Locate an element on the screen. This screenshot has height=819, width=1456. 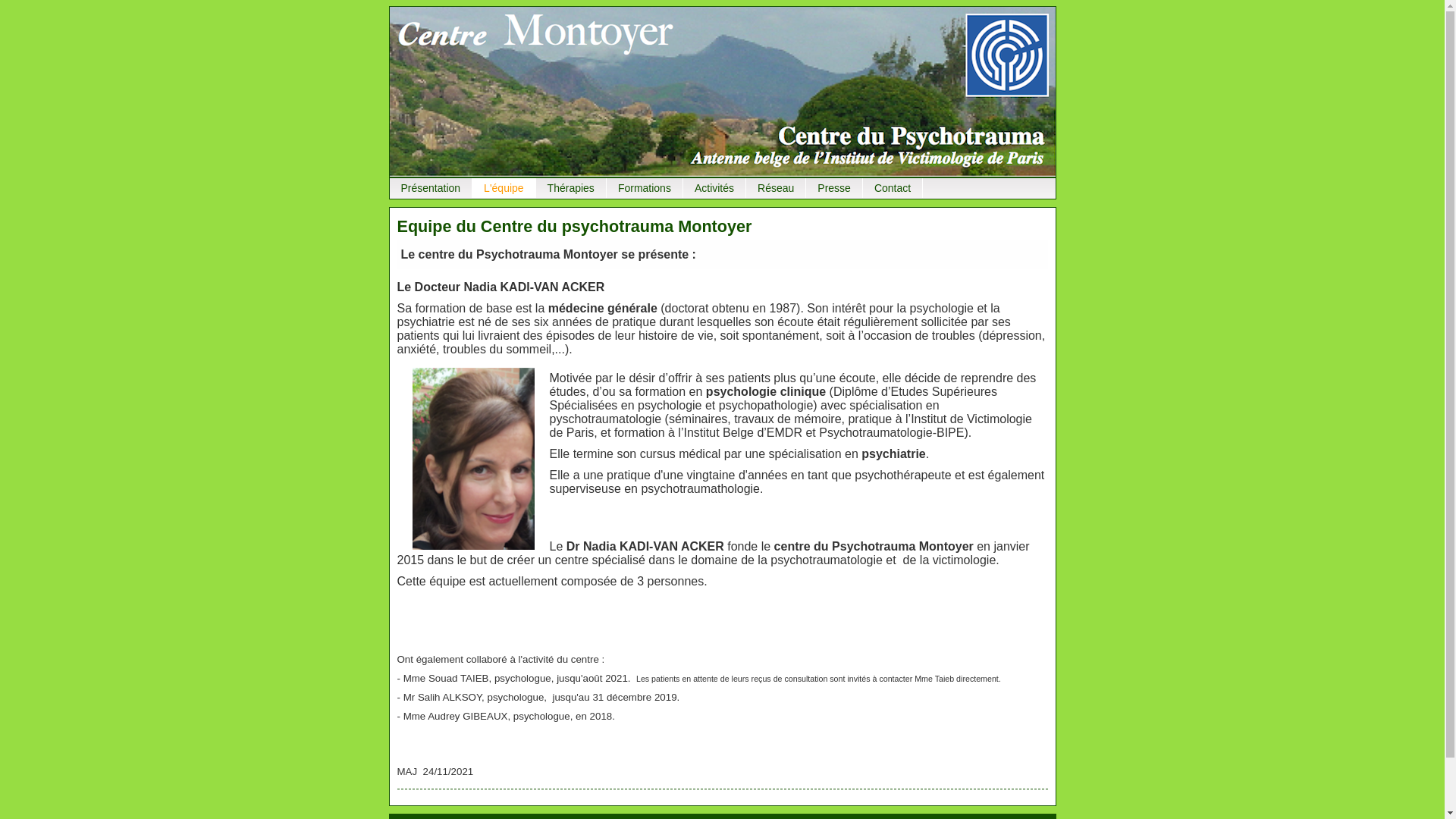
'Presse' is located at coordinates (833, 187).